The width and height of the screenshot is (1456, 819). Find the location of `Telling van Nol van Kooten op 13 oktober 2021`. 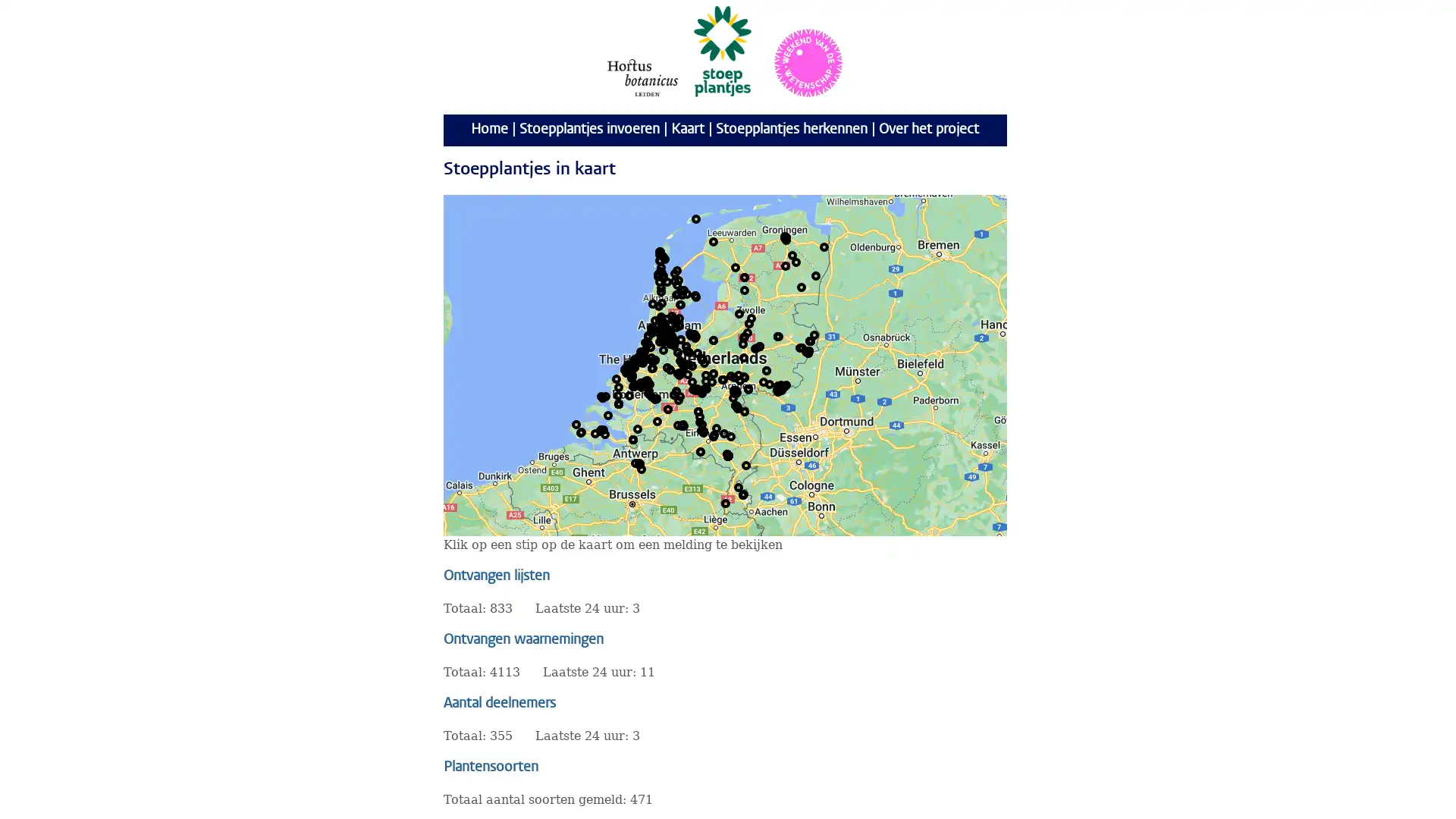

Telling van Nol van Kooten op 13 oktober 2021 is located at coordinates (673, 342).